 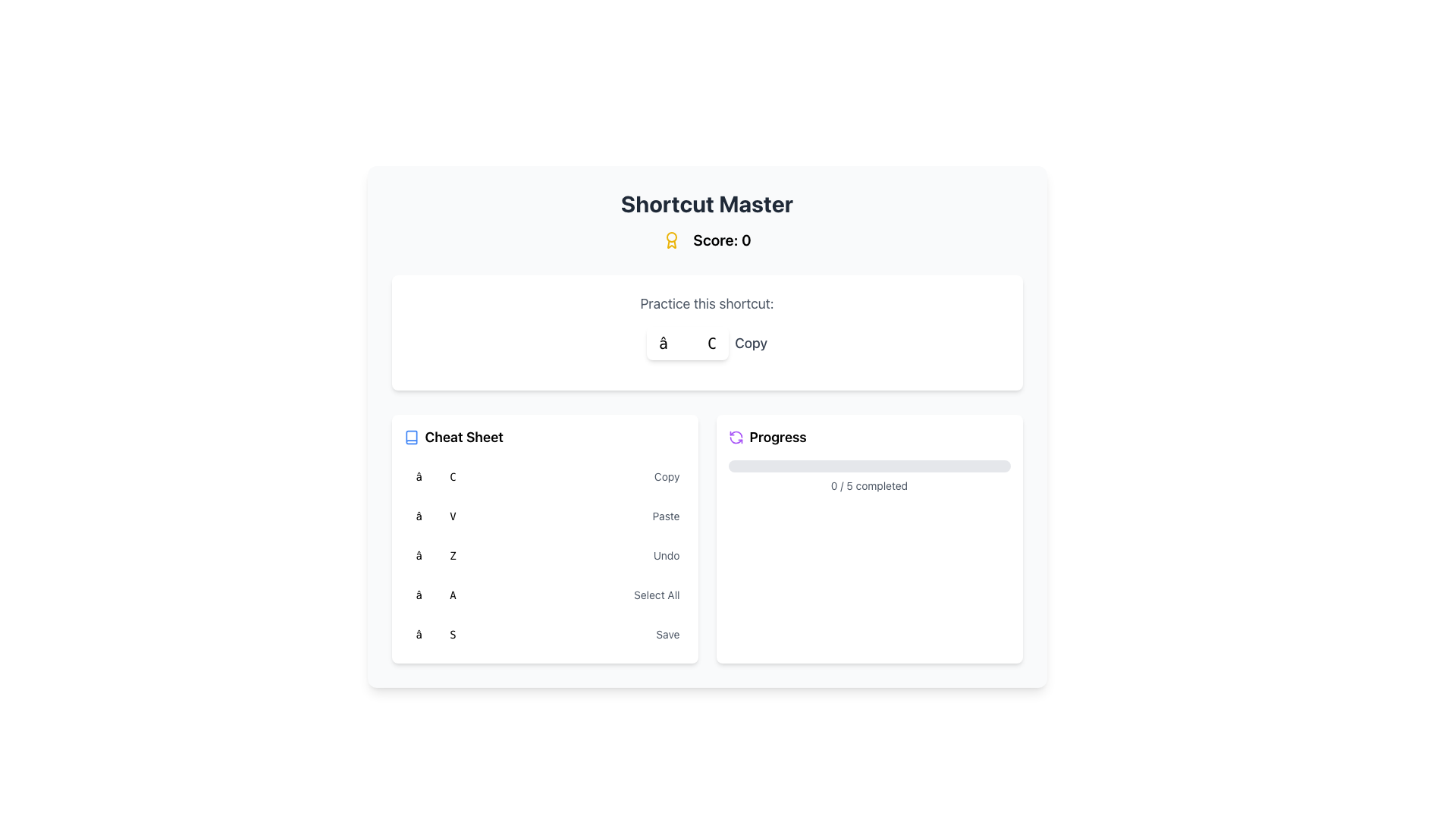 What do you see at coordinates (869, 485) in the screenshot?
I see `the progress indicator text label that shows '0 / 5 completed', positioned centrally below the progress bar in the bottom section of the card under the 'Progress' header` at bounding box center [869, 485].